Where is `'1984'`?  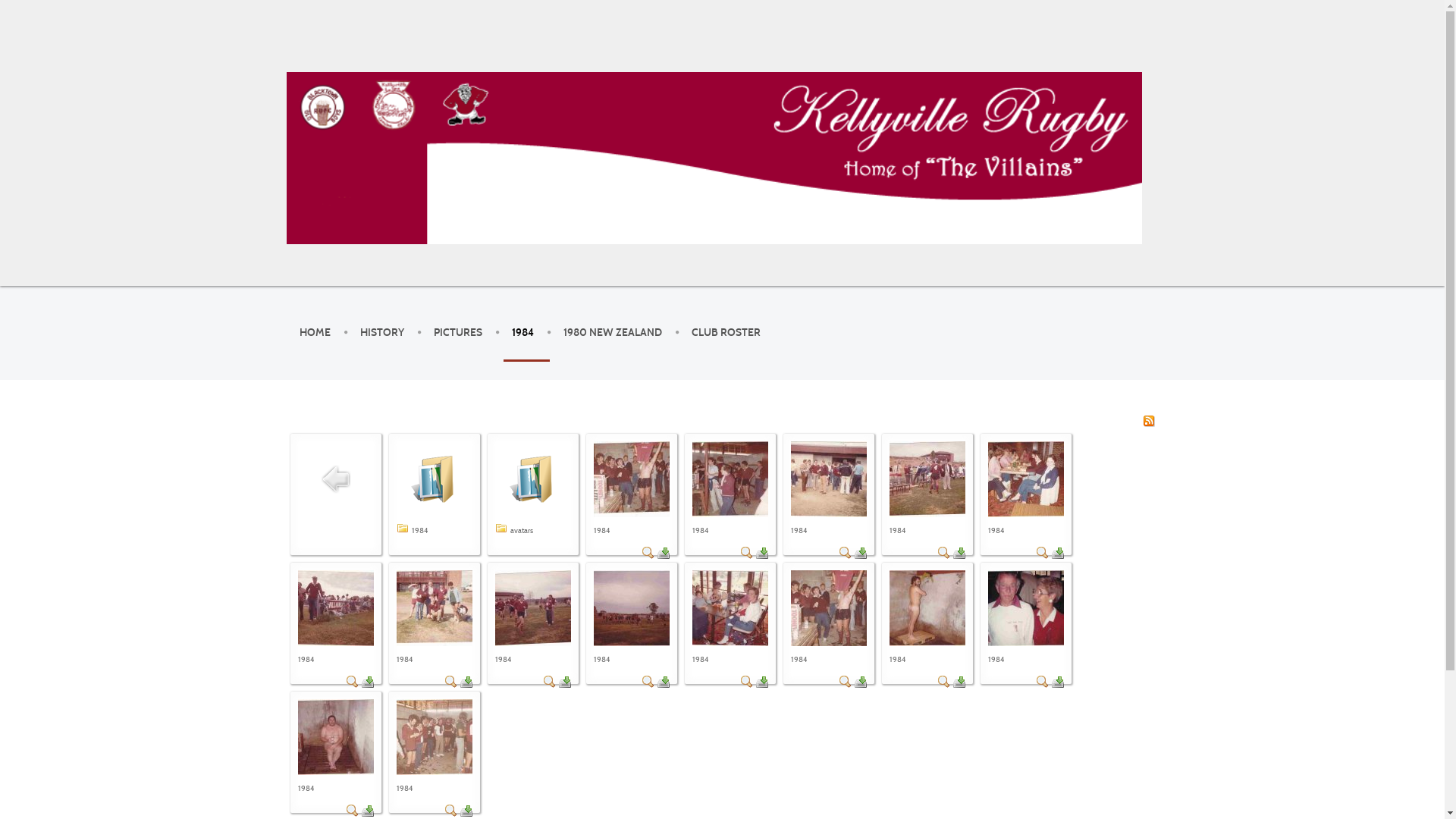
'1984' is located at coordinates (522, 332).